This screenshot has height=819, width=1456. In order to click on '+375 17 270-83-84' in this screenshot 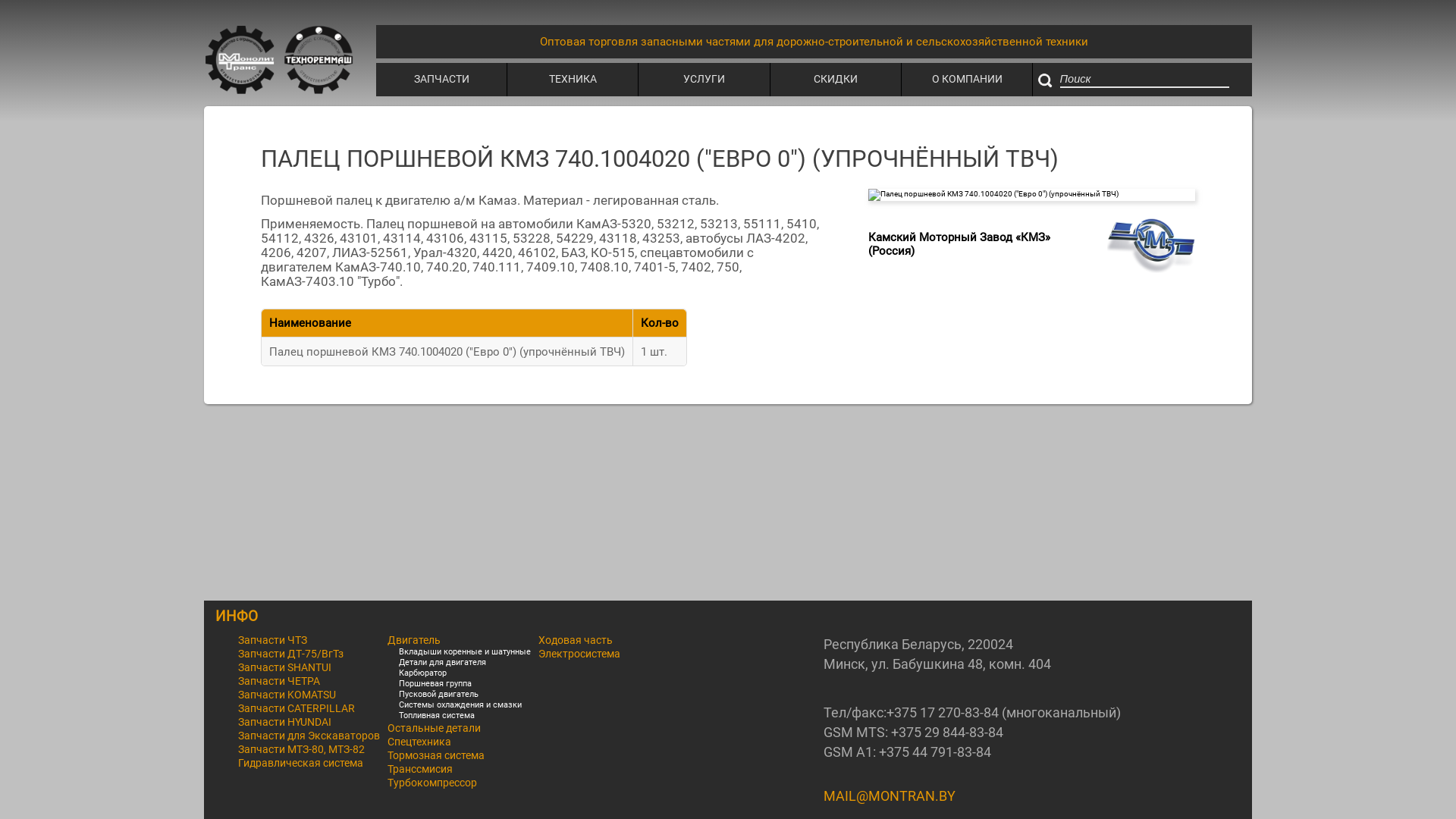, I will do `click(942, 713)`.